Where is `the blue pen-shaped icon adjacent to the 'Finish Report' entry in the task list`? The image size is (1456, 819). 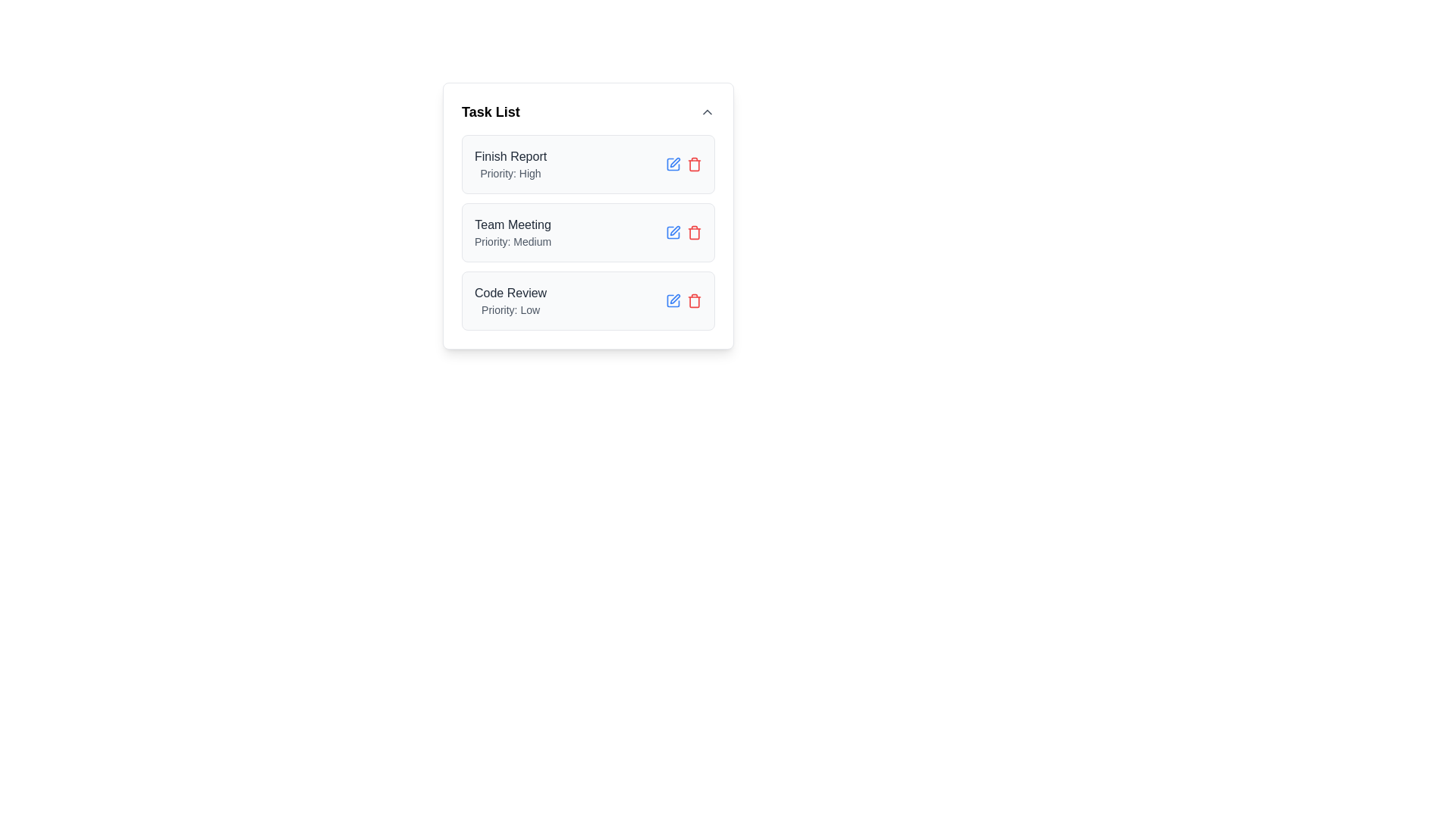
the blue pen-shaped icon adjacent to the 'Finish Report' entry in the task list is located at coordinates (673, 164).